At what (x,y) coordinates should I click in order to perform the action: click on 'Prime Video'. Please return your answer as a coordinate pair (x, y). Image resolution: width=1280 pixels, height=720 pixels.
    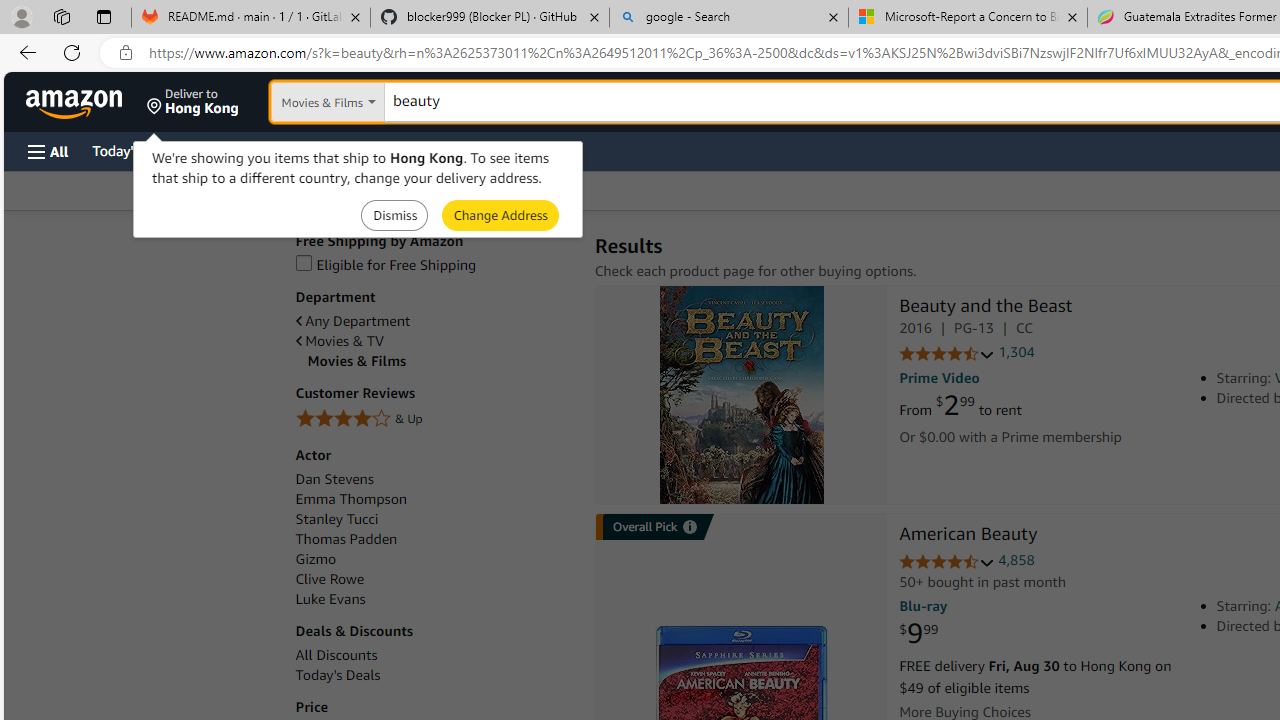
    Looking at the image, I should click on (938, 378).